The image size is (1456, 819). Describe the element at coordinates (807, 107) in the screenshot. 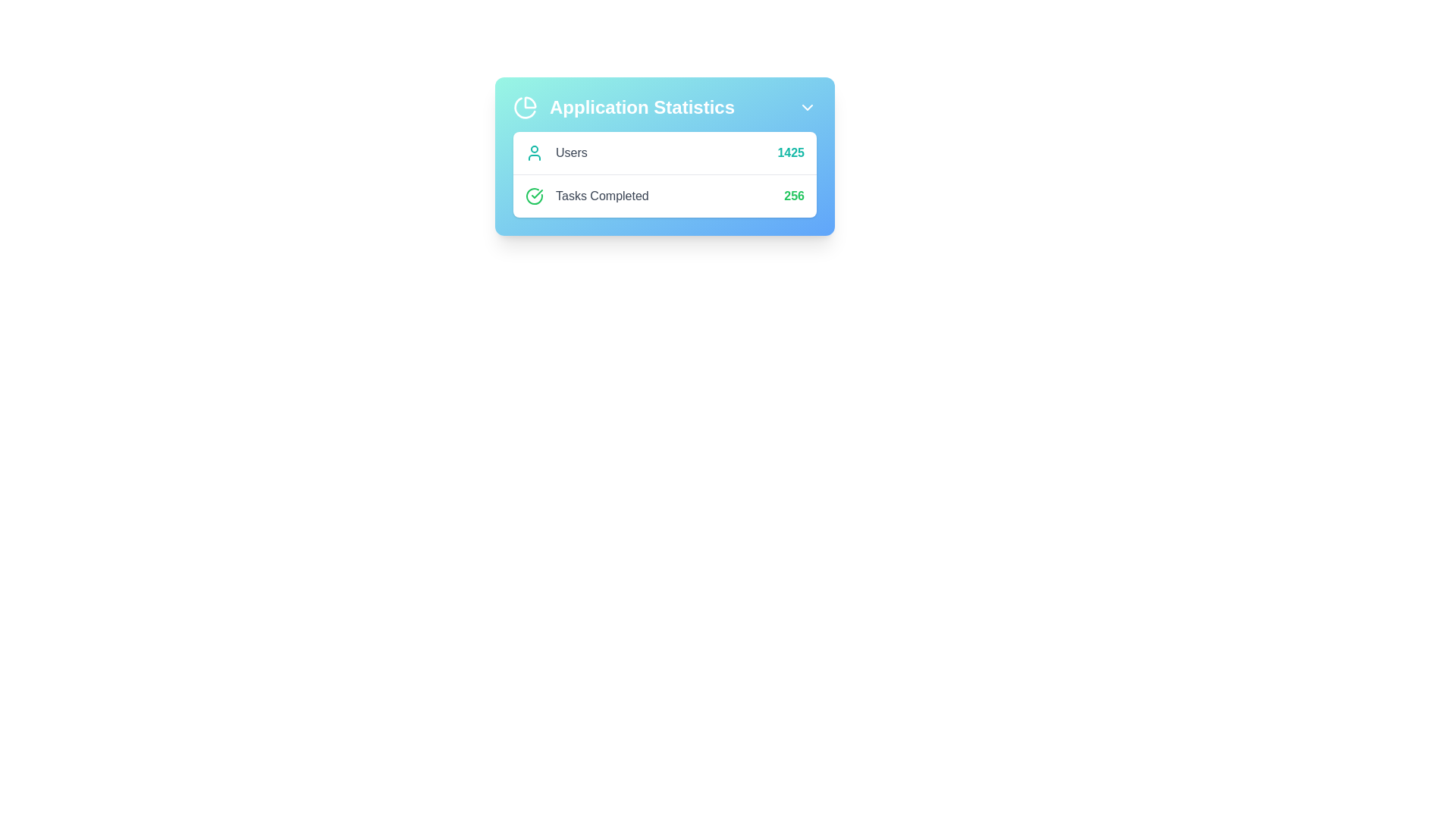

I see `the downward-facing chevron icon button on the right side of the 'Application Statistics' header` at that location.